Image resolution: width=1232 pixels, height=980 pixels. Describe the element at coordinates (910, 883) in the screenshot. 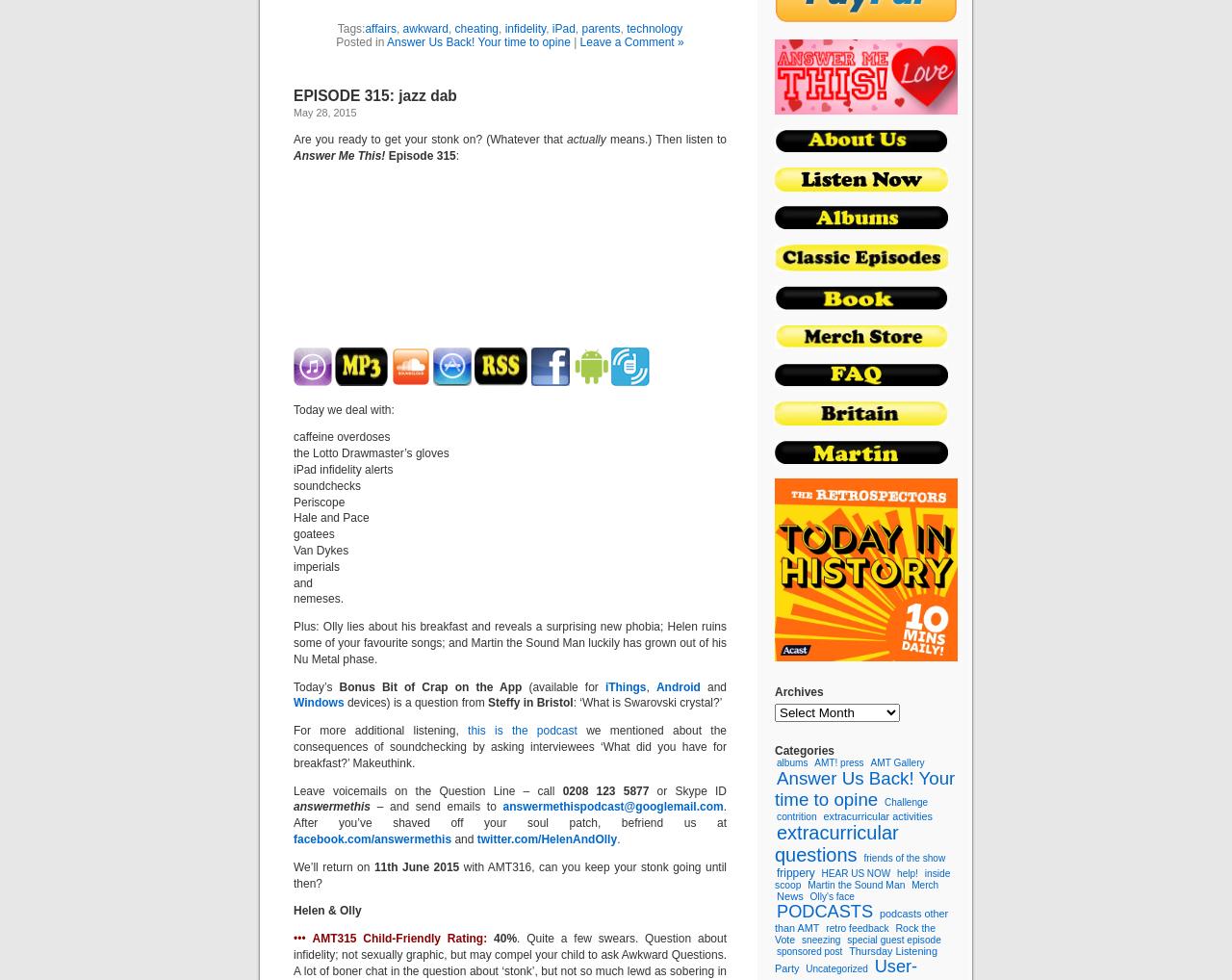

I see `'Merch'` at that location.